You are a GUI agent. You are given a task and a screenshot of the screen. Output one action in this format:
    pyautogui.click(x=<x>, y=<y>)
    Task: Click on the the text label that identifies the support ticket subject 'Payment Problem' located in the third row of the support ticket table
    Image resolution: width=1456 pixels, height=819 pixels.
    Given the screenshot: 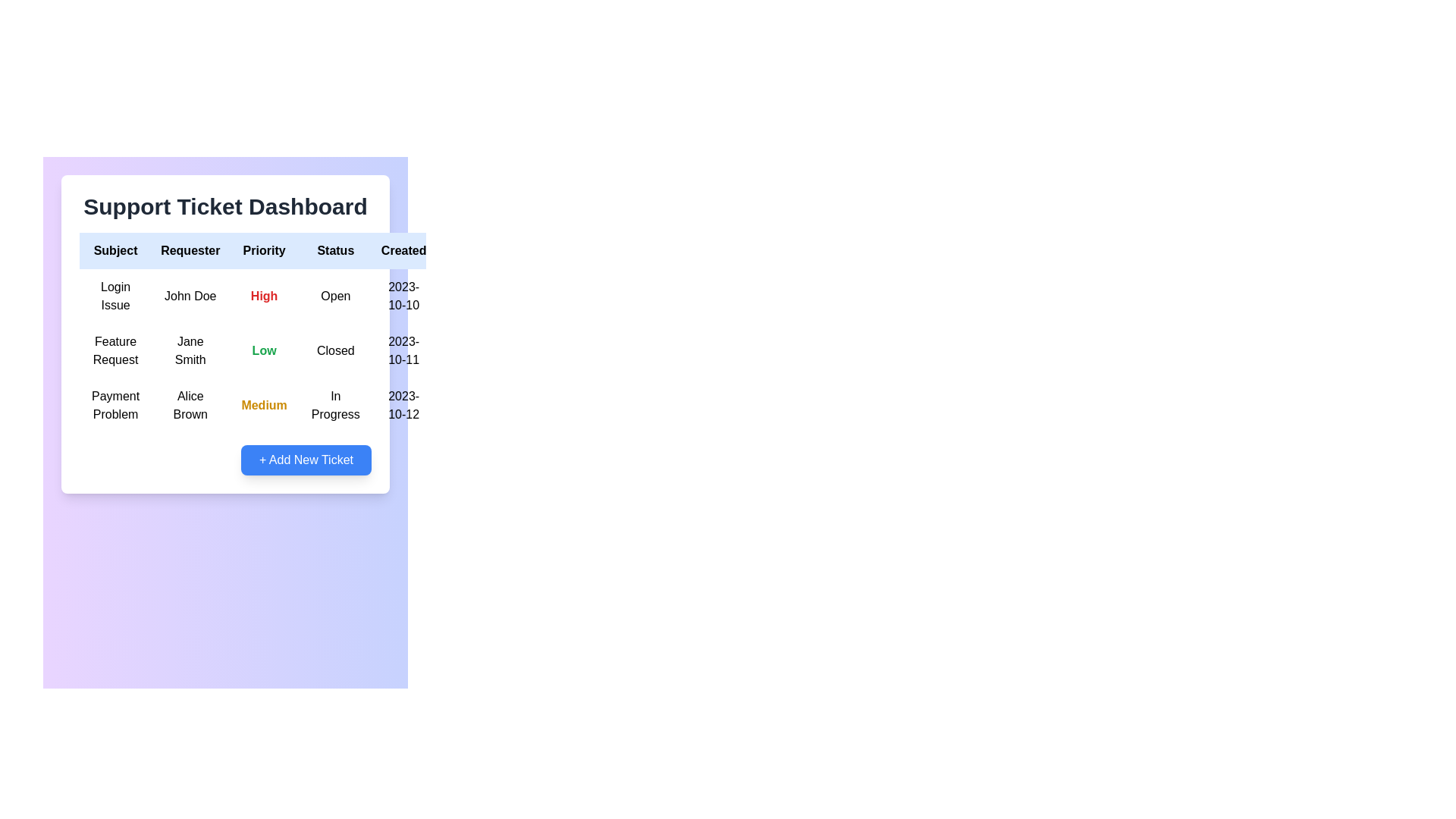 What is the action you would take?
    pyautogui.click(x=115, y=405)
    